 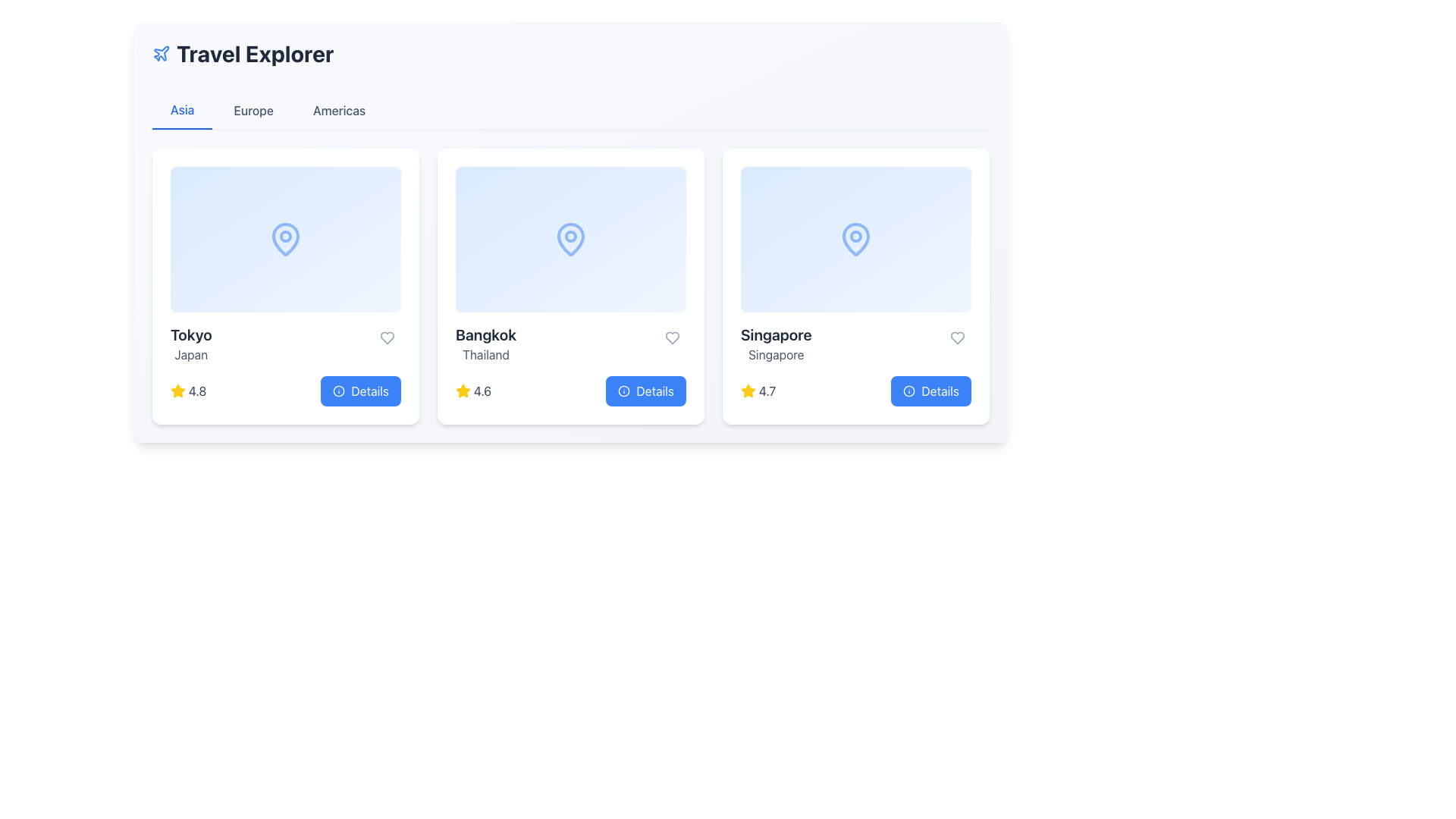 I want to click on the icon that visually indicates a location on the map within the Singapore card, which is the third card in the horizontal list layout, so click(x=855, y=239).